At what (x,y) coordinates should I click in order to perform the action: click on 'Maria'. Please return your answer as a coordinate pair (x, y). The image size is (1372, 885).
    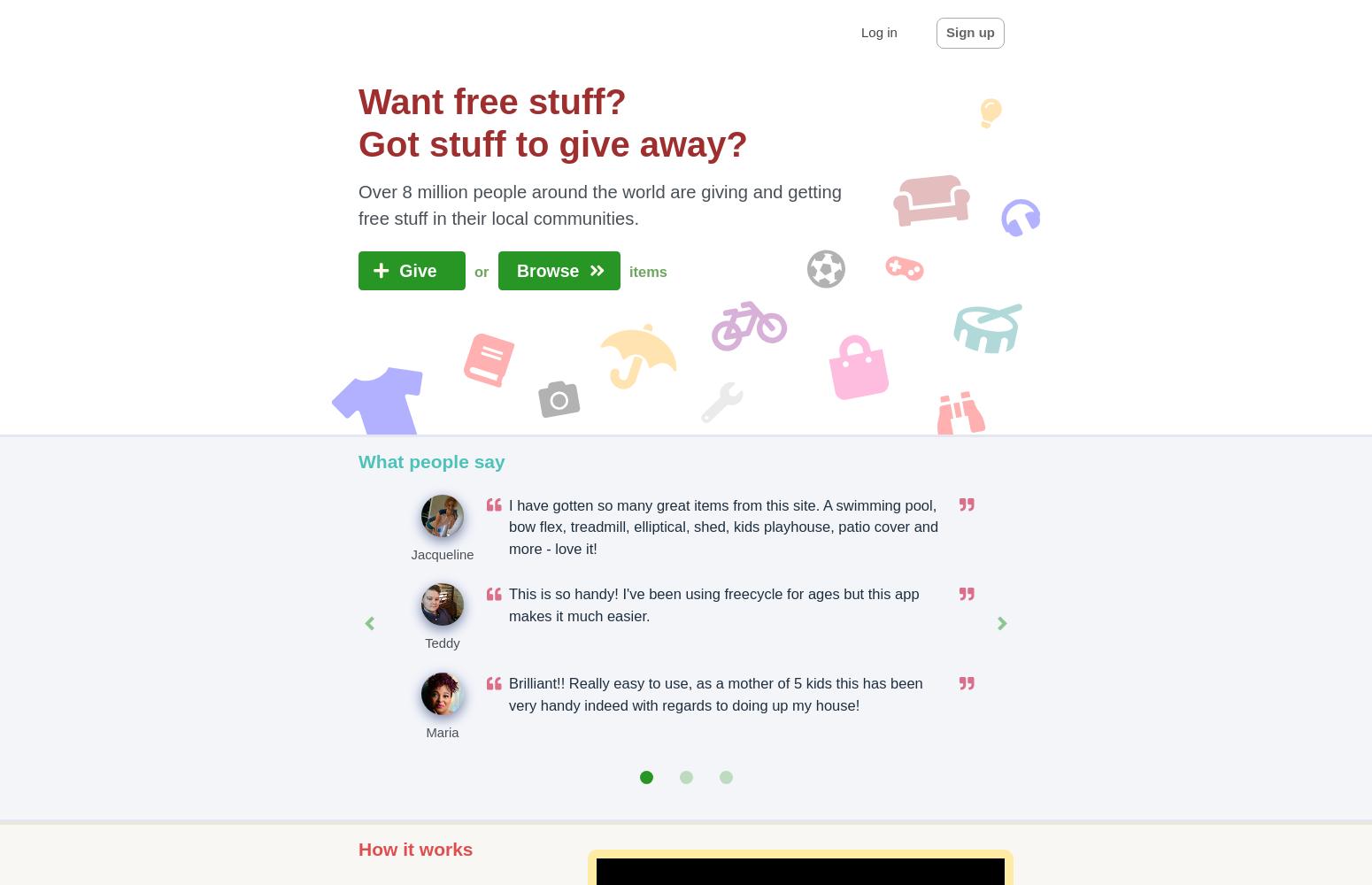
    Looking at the image, I should click on (441, 732).